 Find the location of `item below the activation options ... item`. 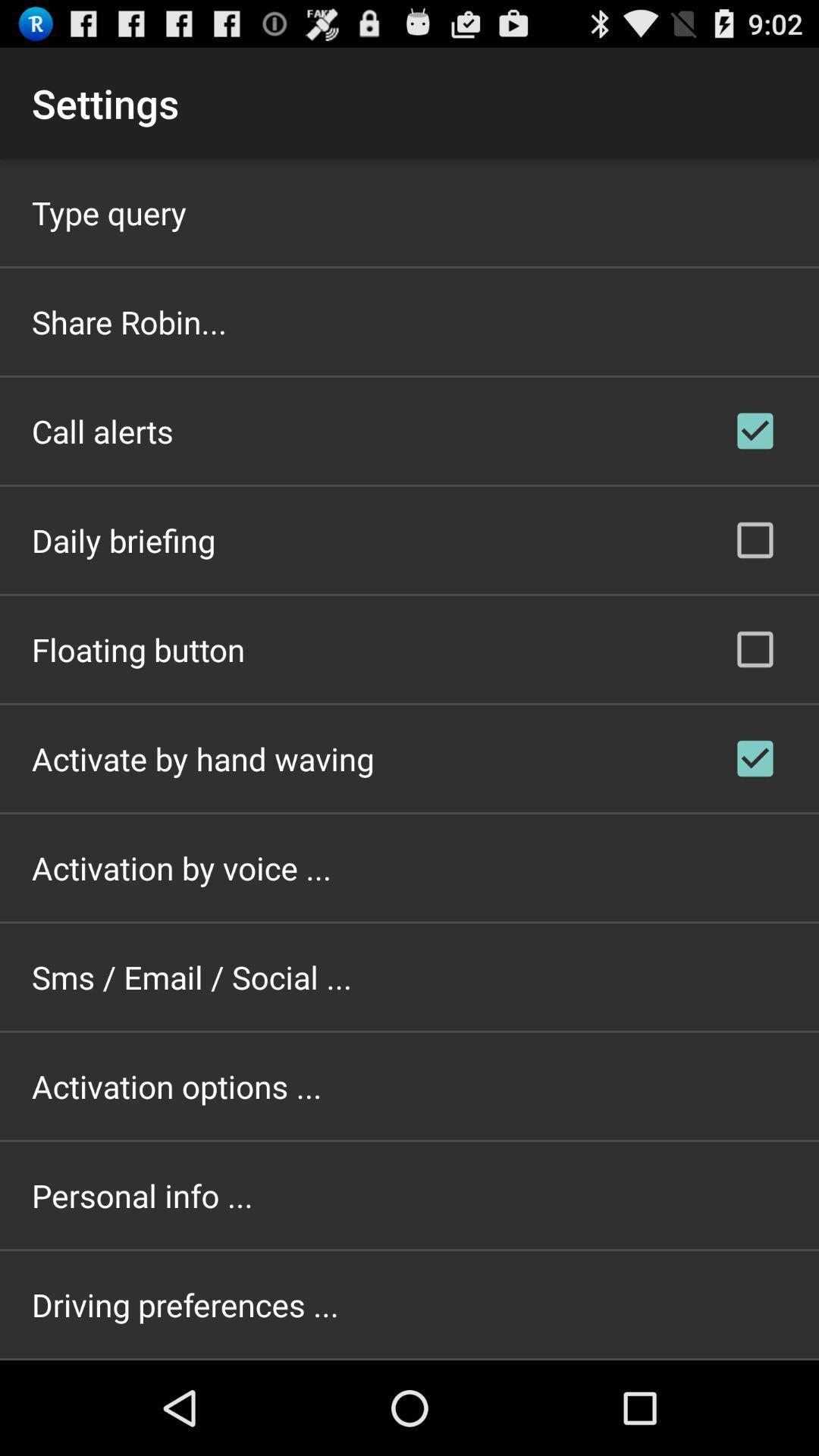

item below the activation options ... item is located at coordinates (142, 1194).